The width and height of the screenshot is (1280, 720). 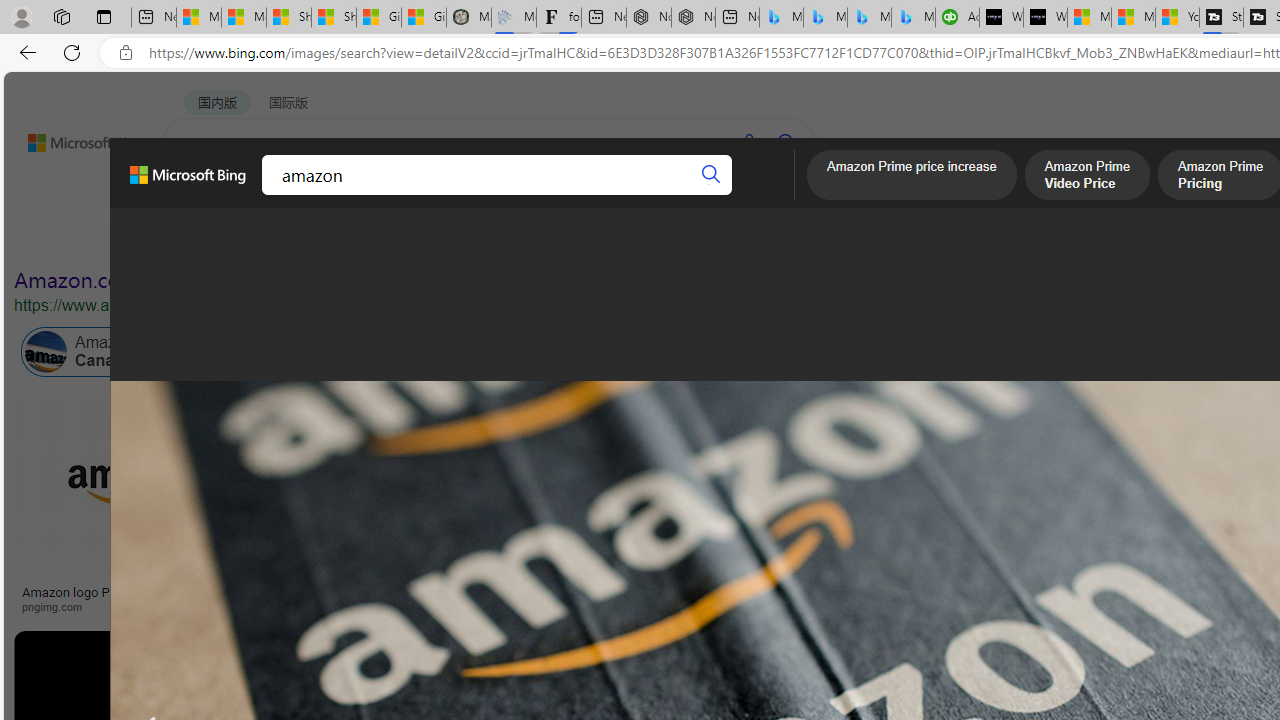 What do you see at coordinates (548, 195) in the screenshot?
I see `'ACADEMIC'` at bounding box center [548, 195].